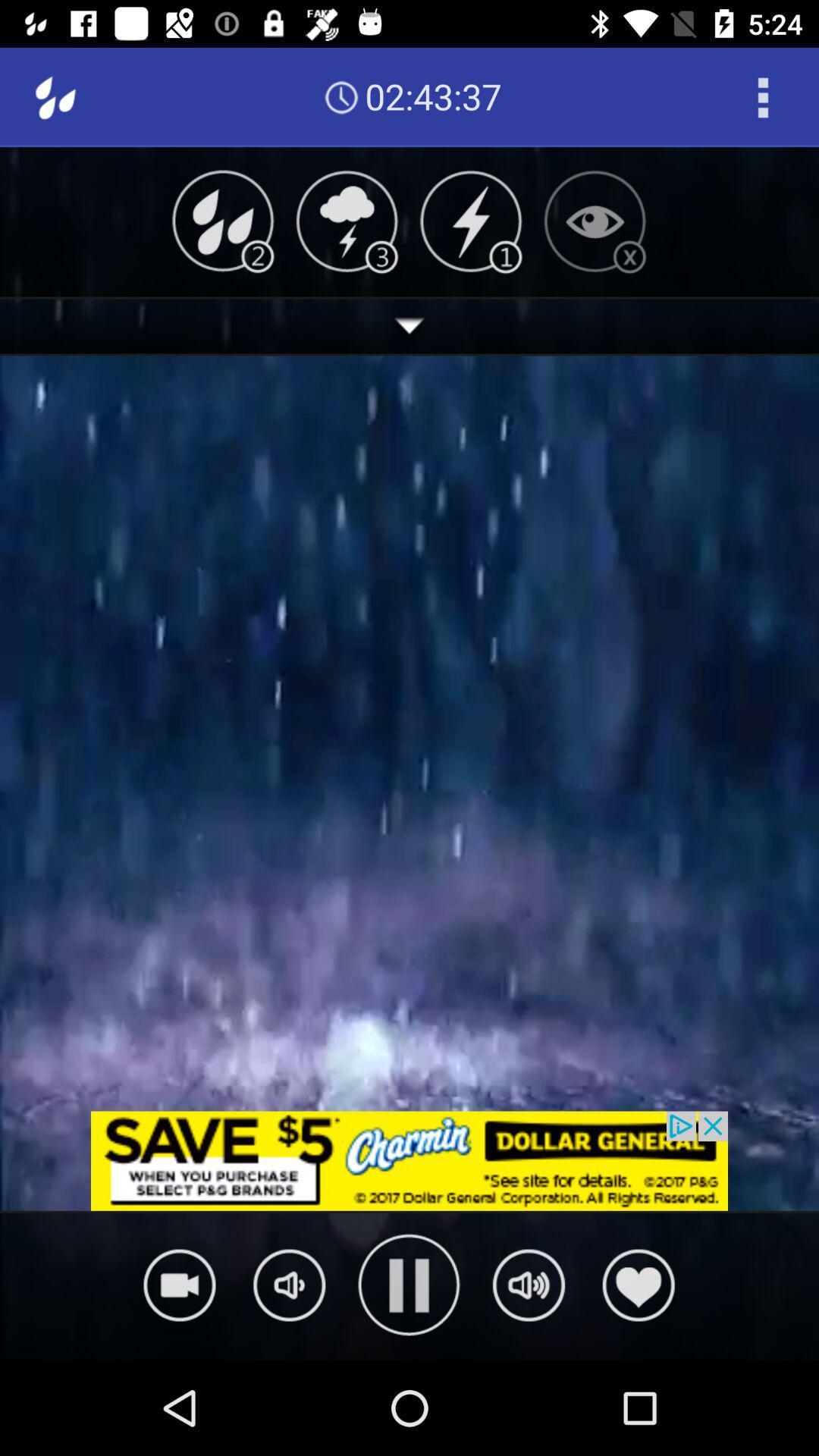 The height and width of the screenshot is (1456, 819). What do you see at coordinates (763, 96) in the screenshot?
I see `open the options menu` at bounding box center [763, 96].